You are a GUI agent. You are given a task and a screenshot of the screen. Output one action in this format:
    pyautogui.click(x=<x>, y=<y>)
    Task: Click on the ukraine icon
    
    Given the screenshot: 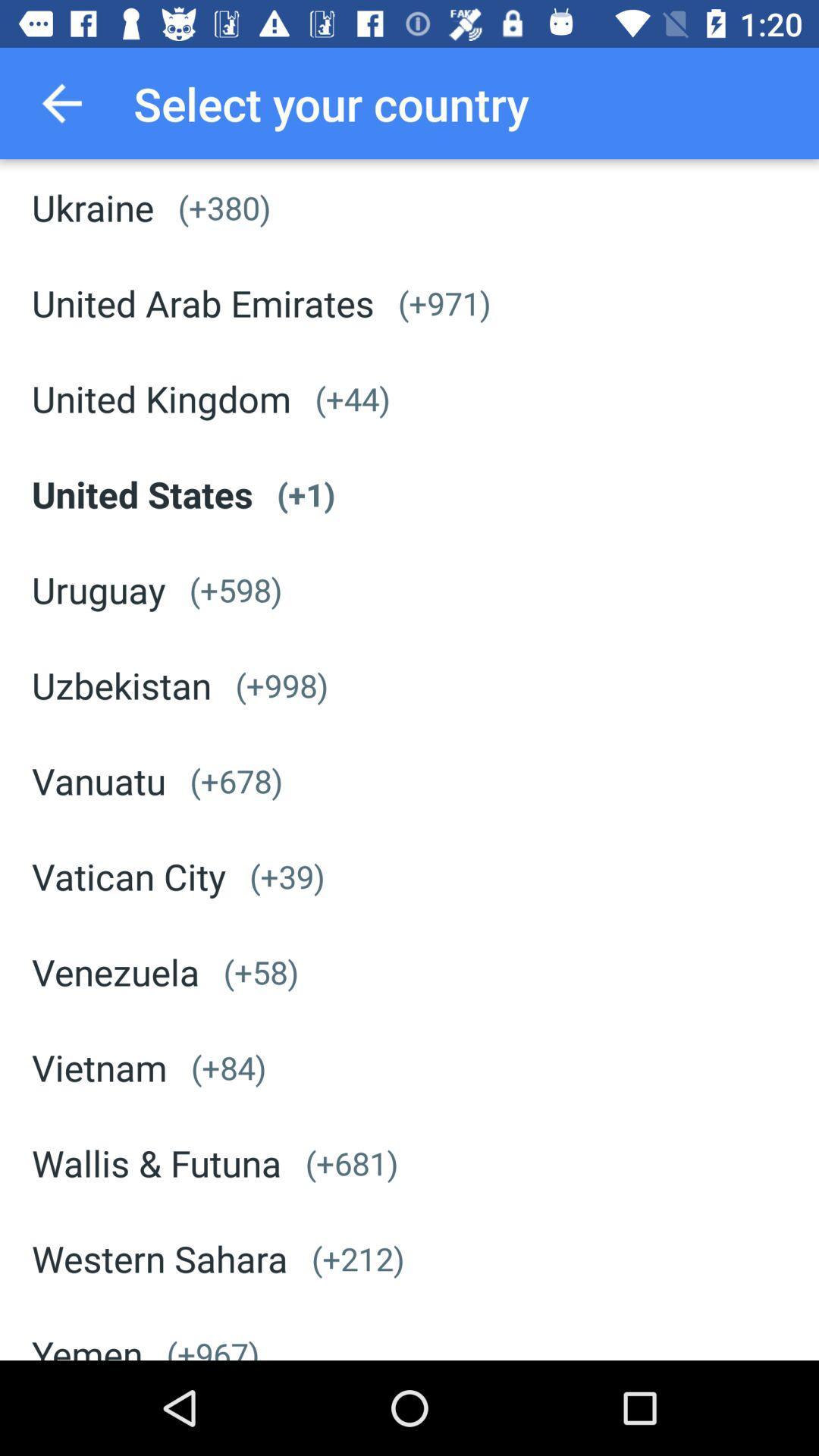 What is the action you would take?
    pyautogui.click(x=93, y=206)
    